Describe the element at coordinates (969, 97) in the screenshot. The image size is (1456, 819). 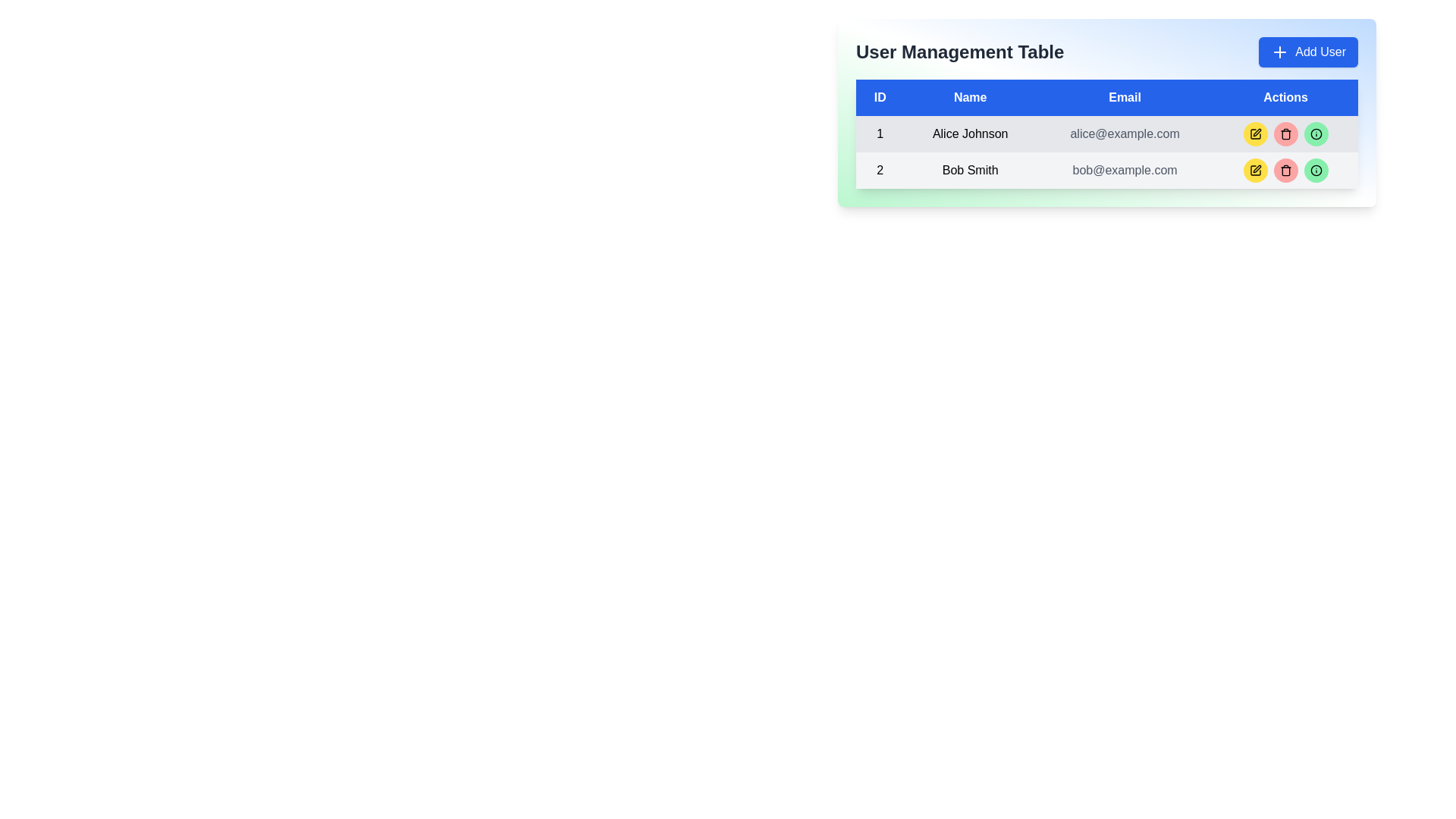
I see `the 'Name' column header in the table, which is the second header located between the 'ID' and 'Email' column headers` at that location.